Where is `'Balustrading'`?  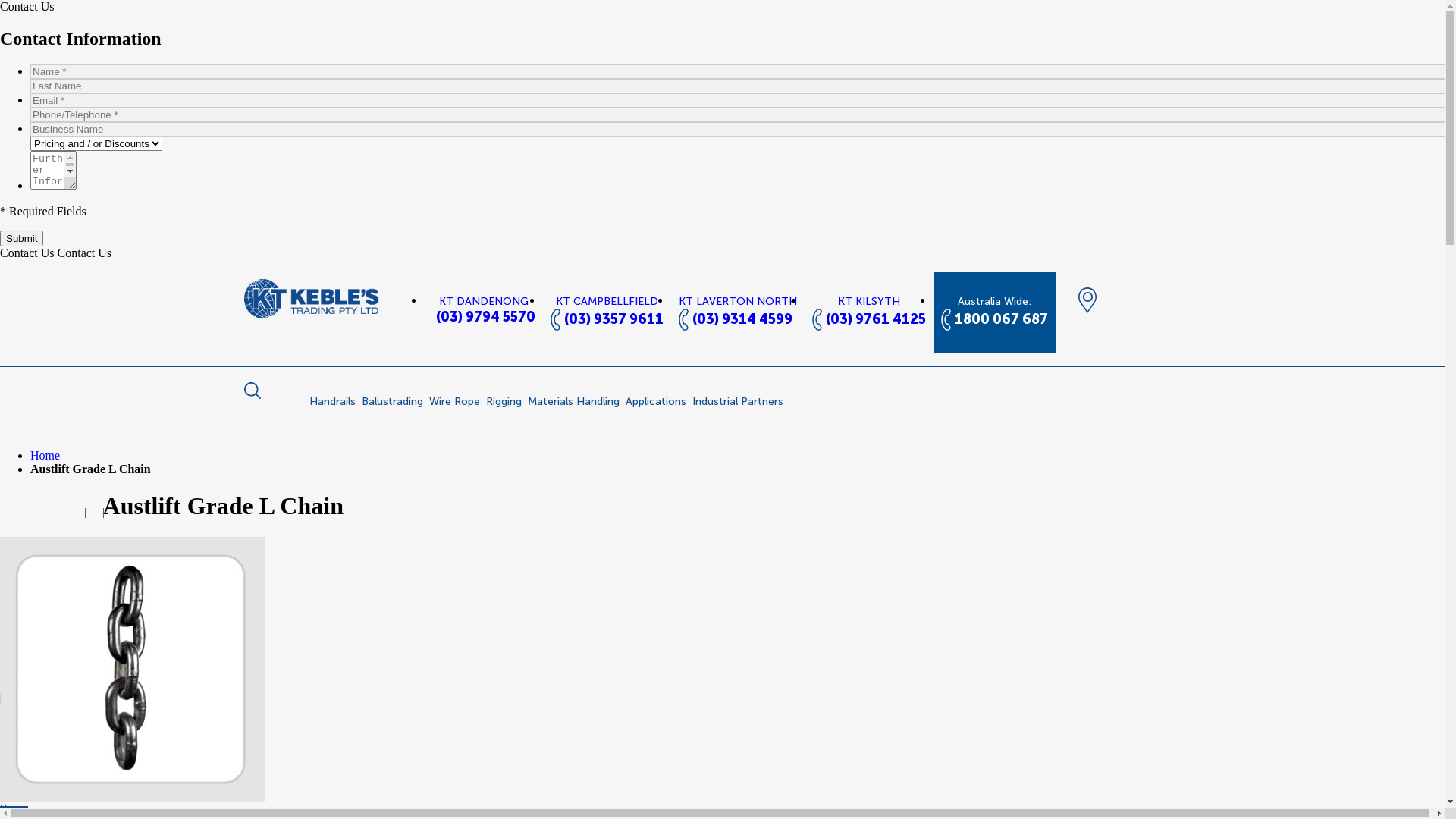
'Balustrading' is located at coordinates (391, 400).